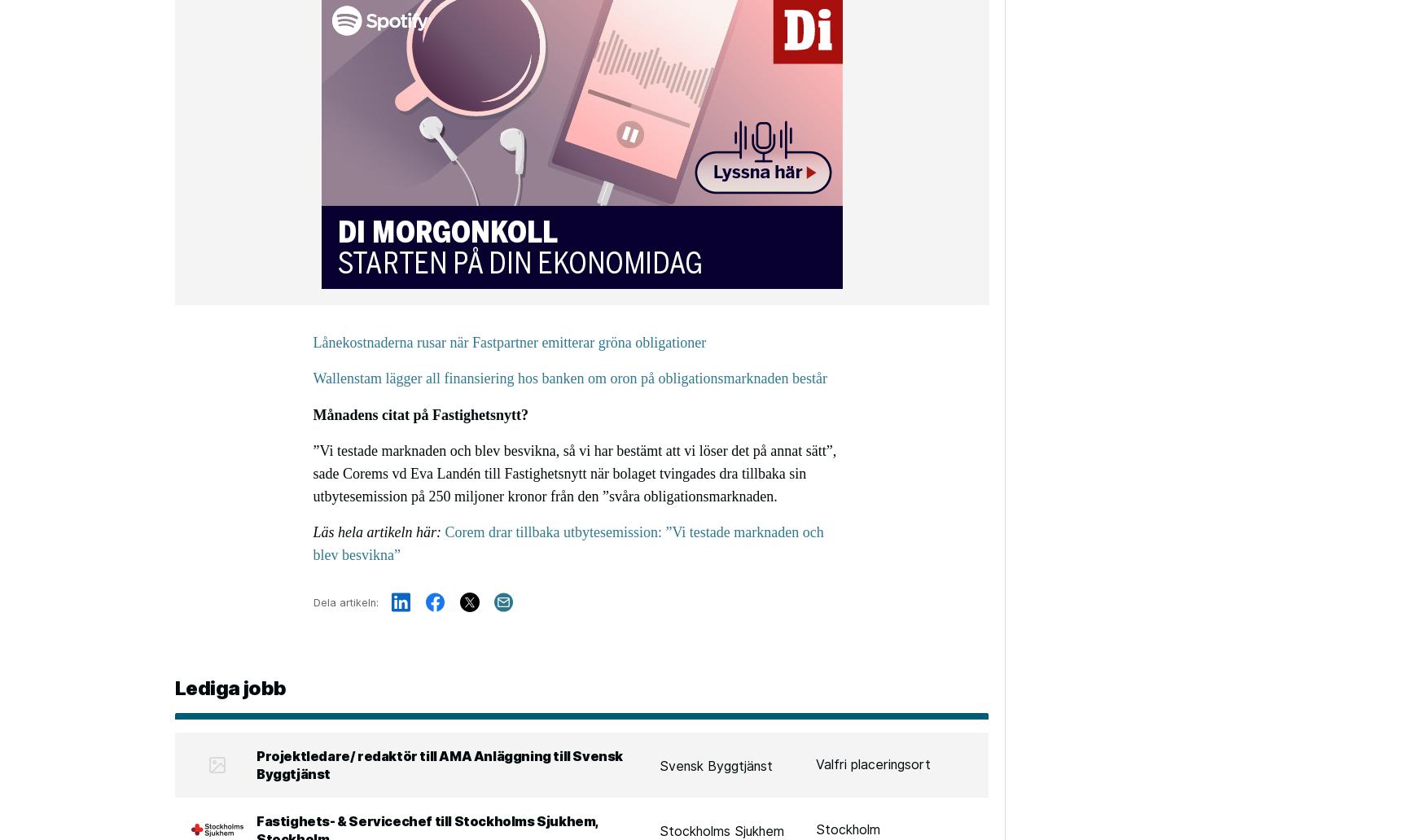 The height and width of the screenshot is (840, 1425). What do you see at coordinates (344, 601) in the screenshot?
I see `'Dela artikeln:'` at bounding box center [344, 601].